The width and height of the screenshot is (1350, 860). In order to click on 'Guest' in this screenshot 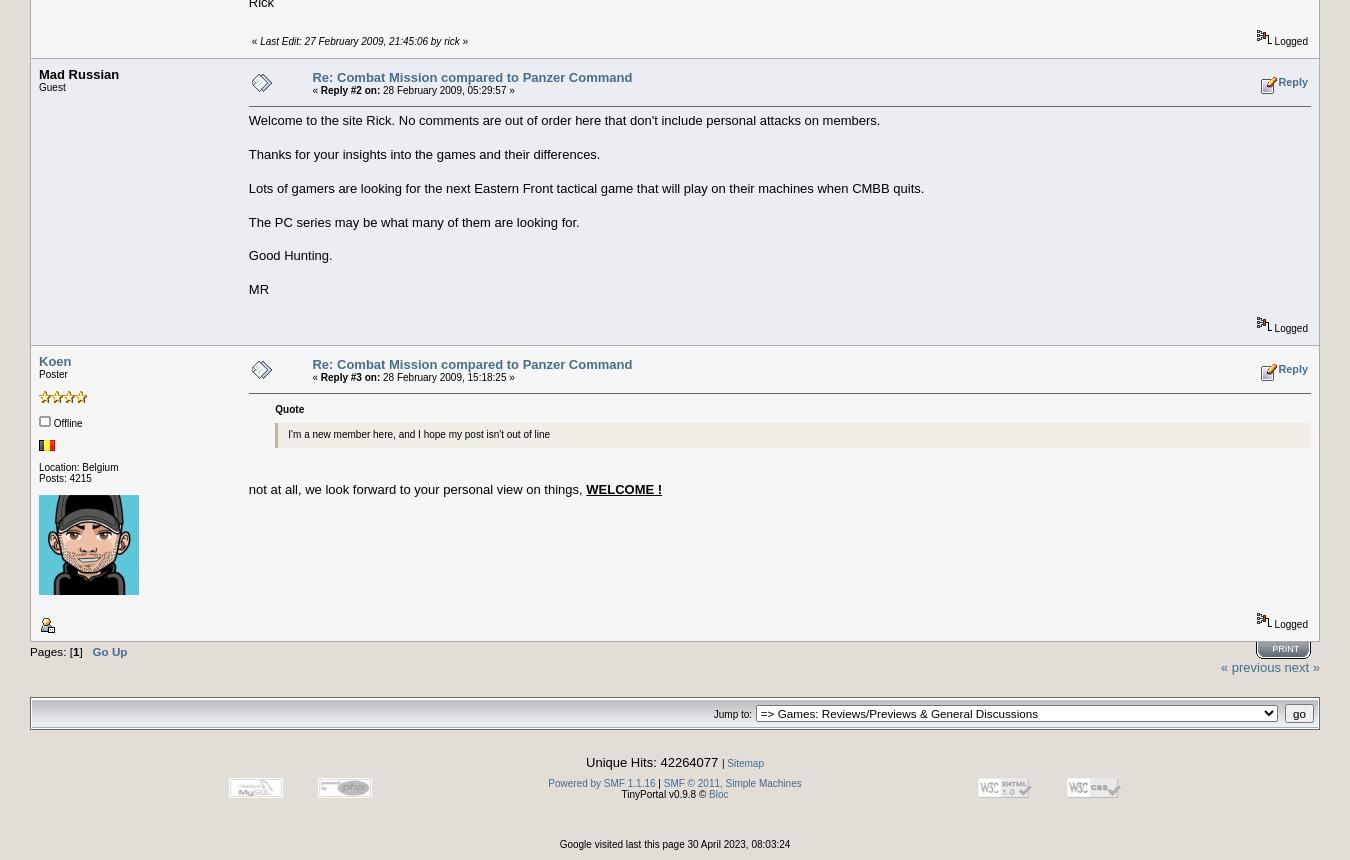, I will do `click(50, 86)`.